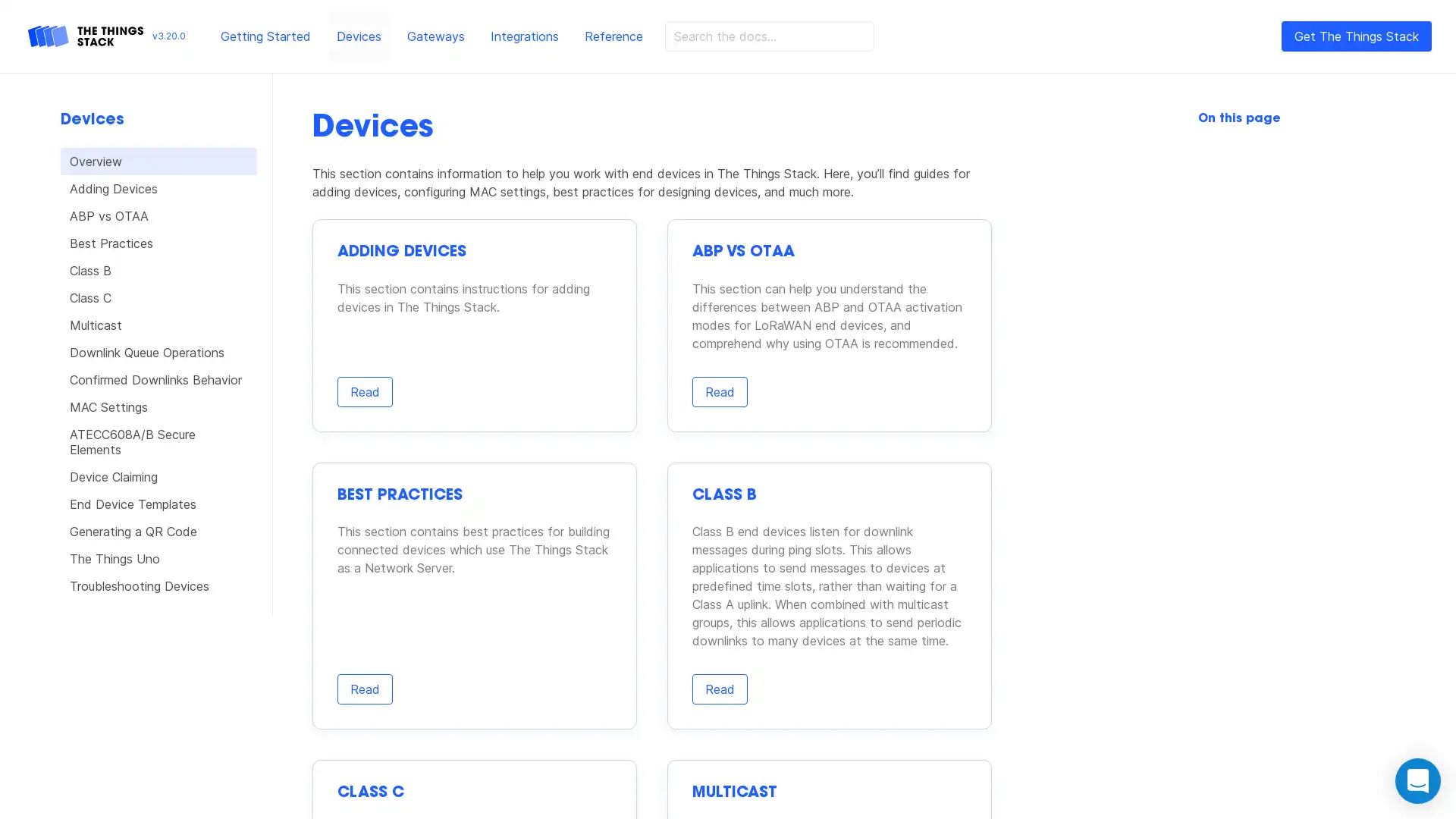 Image resolution: width=1456 pixels, height=819 pixels. Describe the element at coordinates (1417, 780) in the screenshot. I see `Open Intercom Messenger` at that location.